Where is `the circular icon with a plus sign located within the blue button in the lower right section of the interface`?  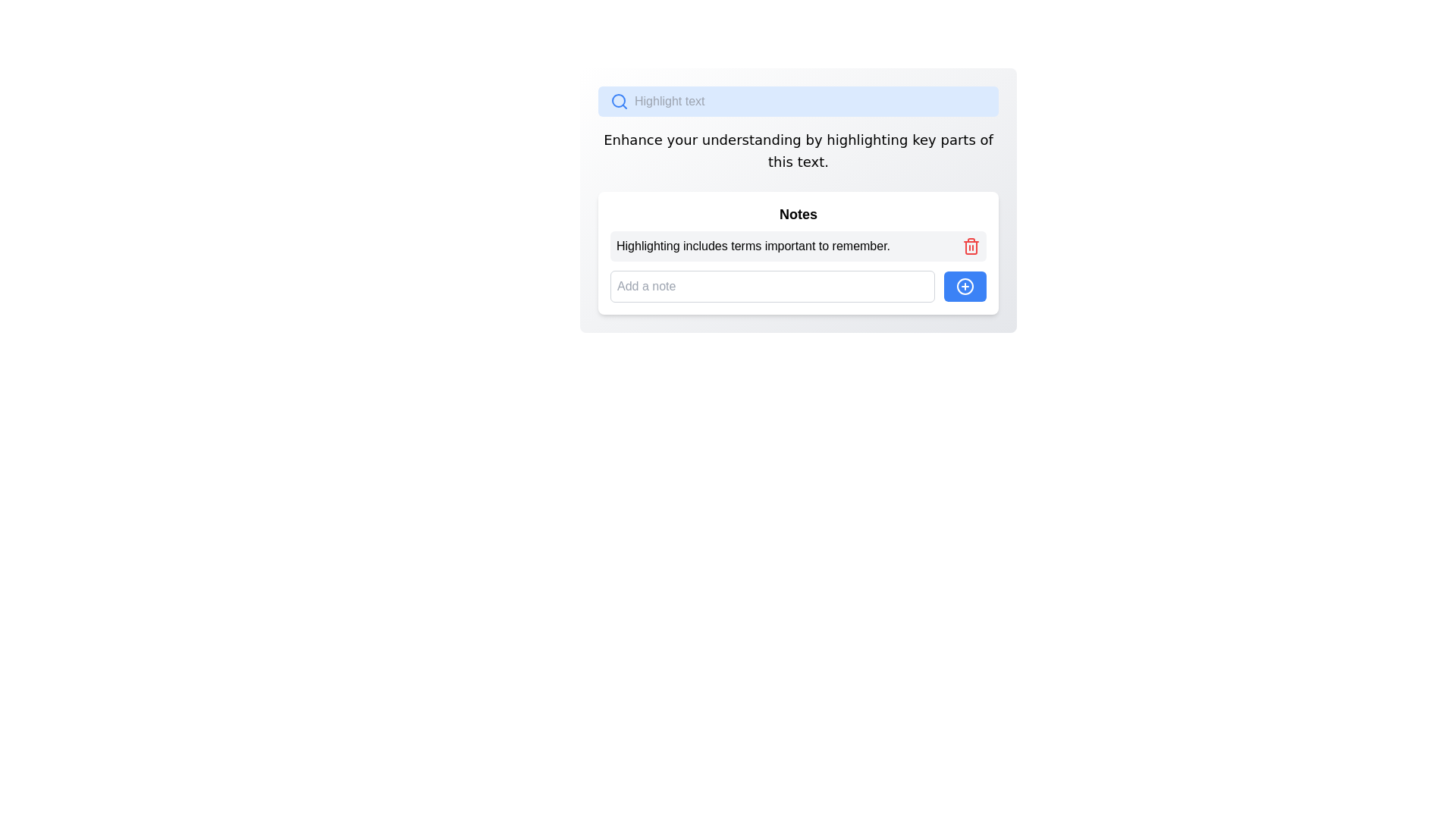 the circular icon with a plus sign located within the blue button in the lower right section of the interface is located at coordinates (964, 286).